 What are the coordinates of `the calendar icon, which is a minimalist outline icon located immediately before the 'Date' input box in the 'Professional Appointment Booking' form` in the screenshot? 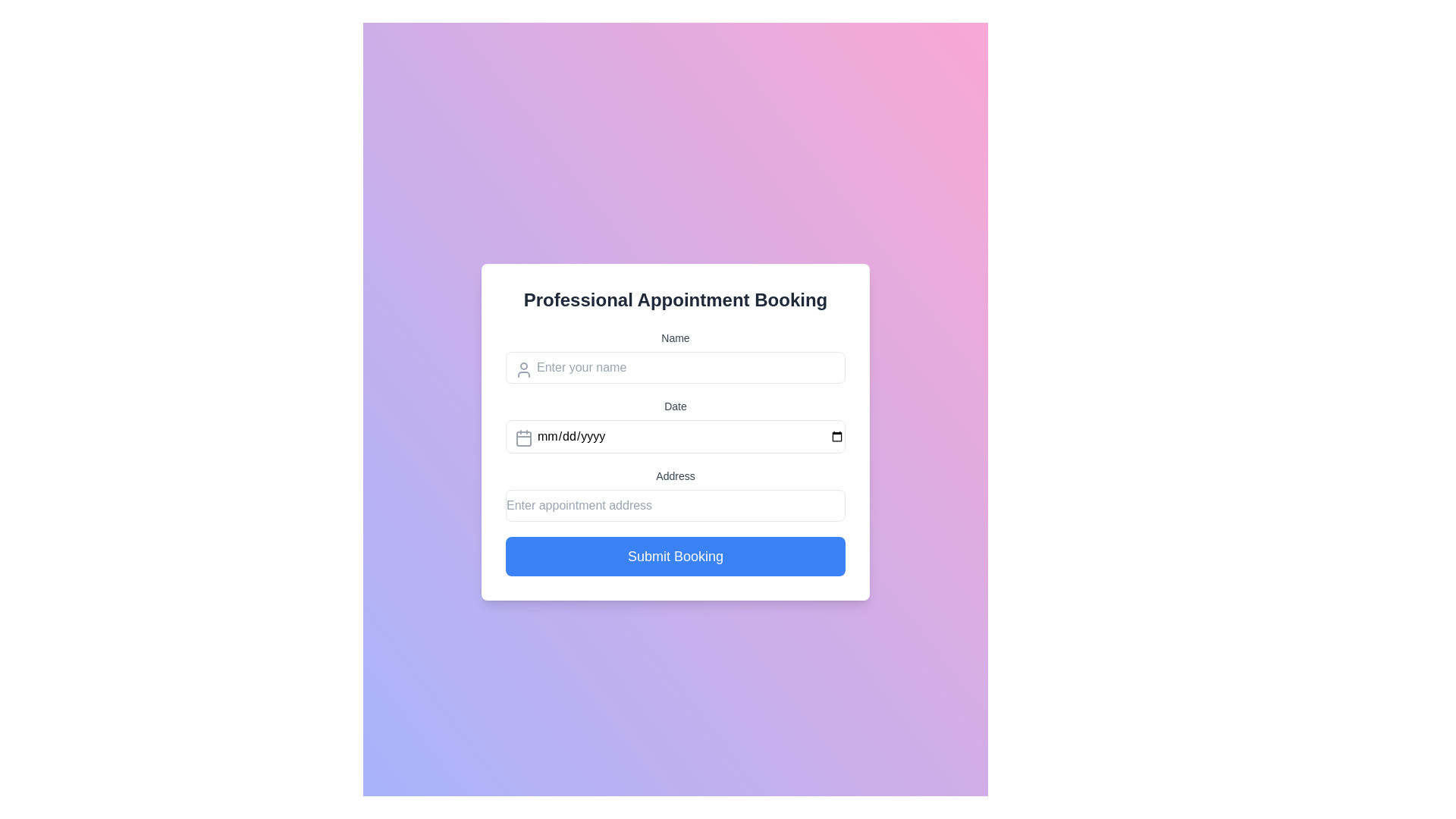 It's located at (524, 438).